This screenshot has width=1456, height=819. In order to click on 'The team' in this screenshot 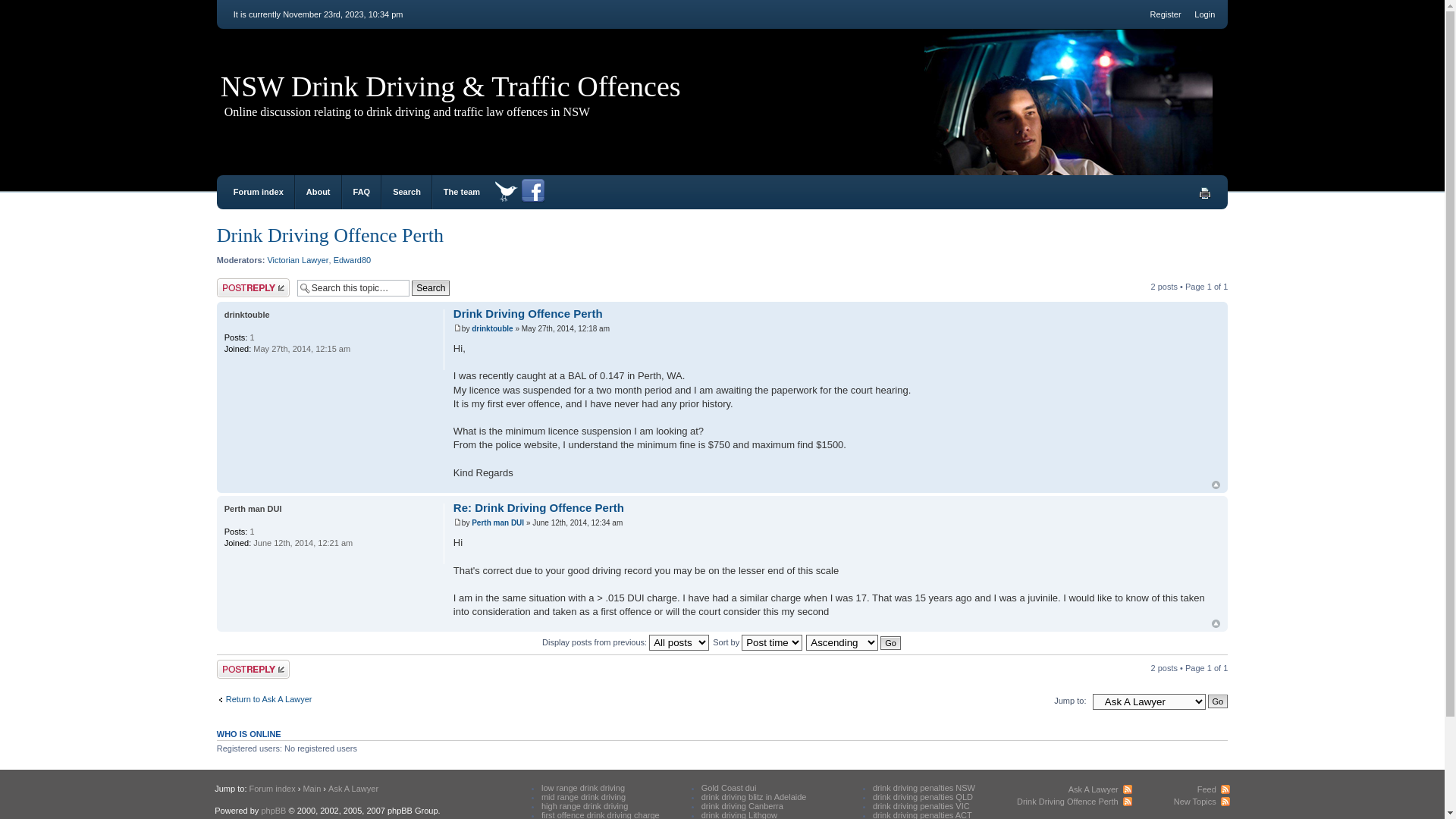, I will do `click(443, 191)`.